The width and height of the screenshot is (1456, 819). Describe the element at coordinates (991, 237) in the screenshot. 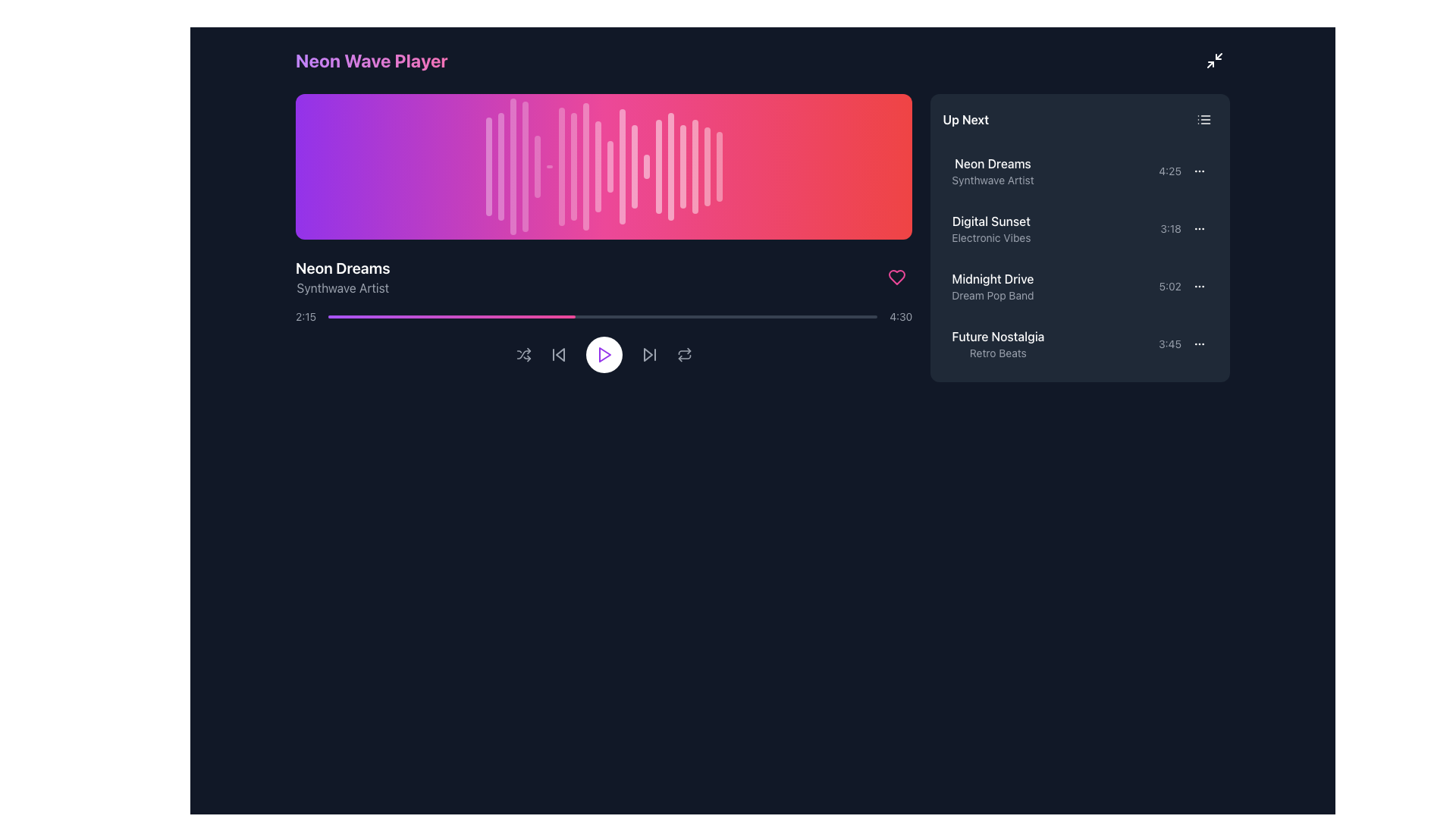

I see `the Text label providing additional information about the track labeled 'Digital Sunset' located in the 'Up Next' list, underneath 'Digital Sunset' and aligned to its left edge` at that location.